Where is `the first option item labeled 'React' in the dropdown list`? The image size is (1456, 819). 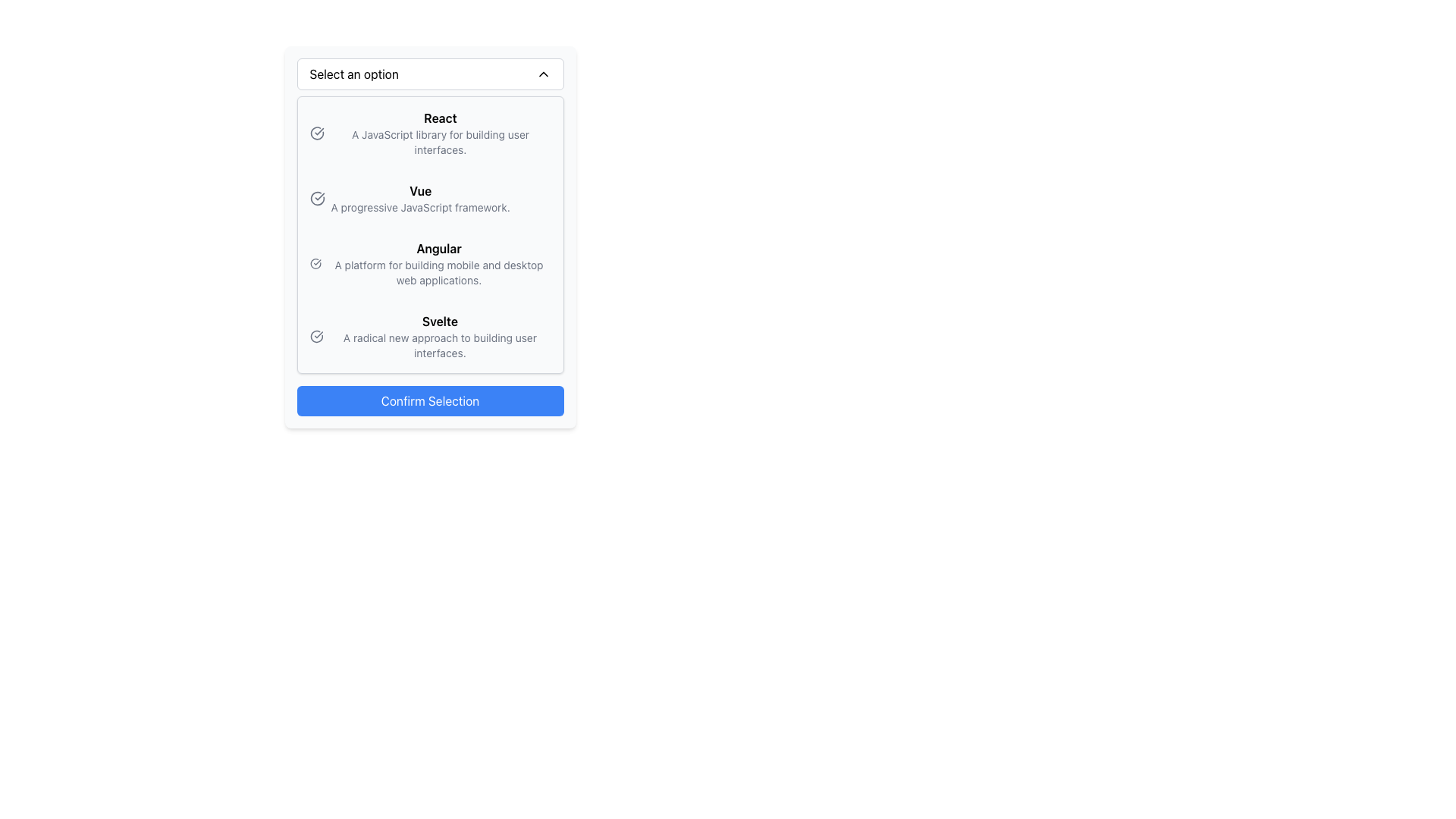
the first option item labeled 'React' in the dropdown list is located at coordinates (429, 133).